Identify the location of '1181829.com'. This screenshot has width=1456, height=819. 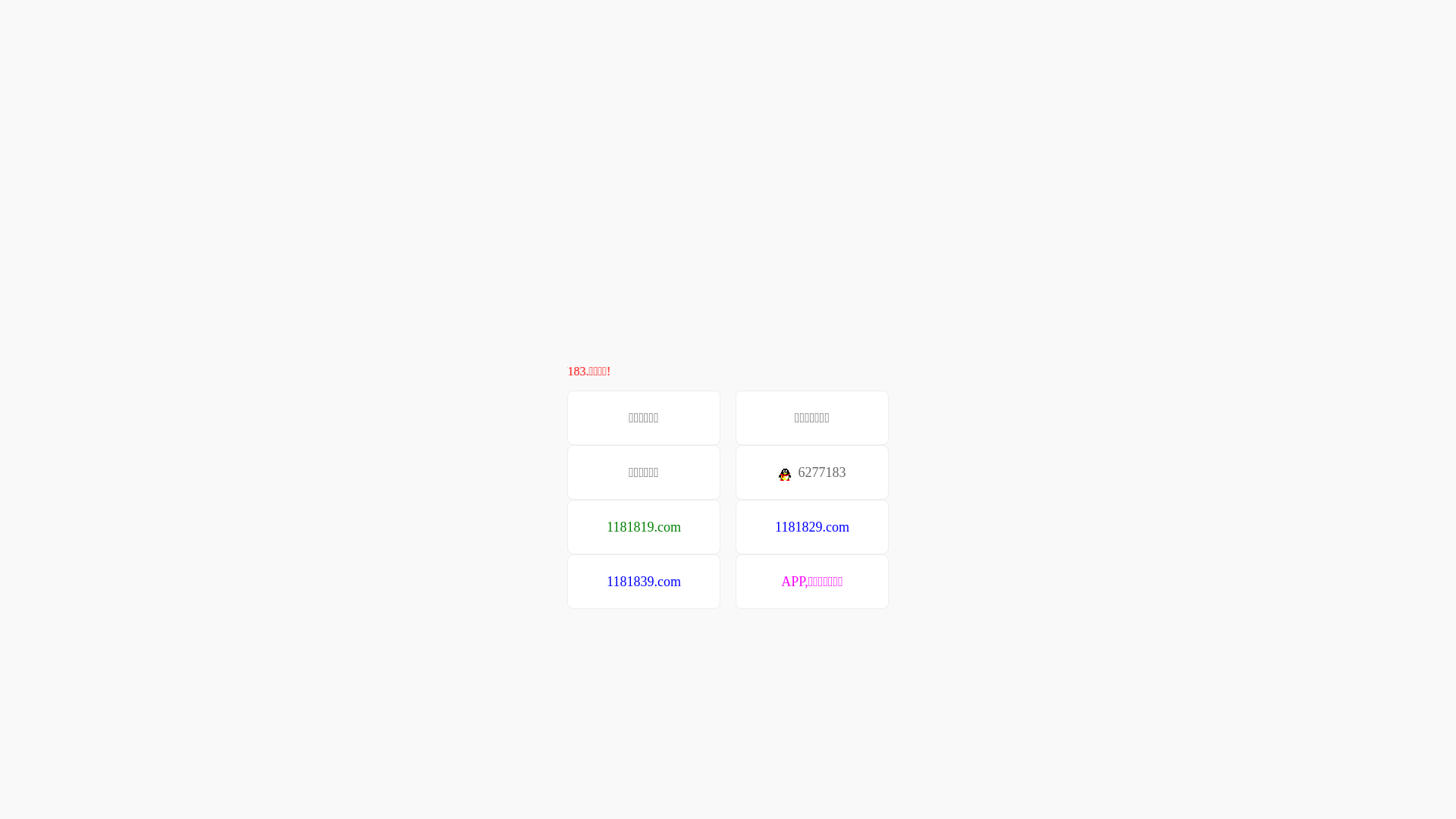
(811, 526).